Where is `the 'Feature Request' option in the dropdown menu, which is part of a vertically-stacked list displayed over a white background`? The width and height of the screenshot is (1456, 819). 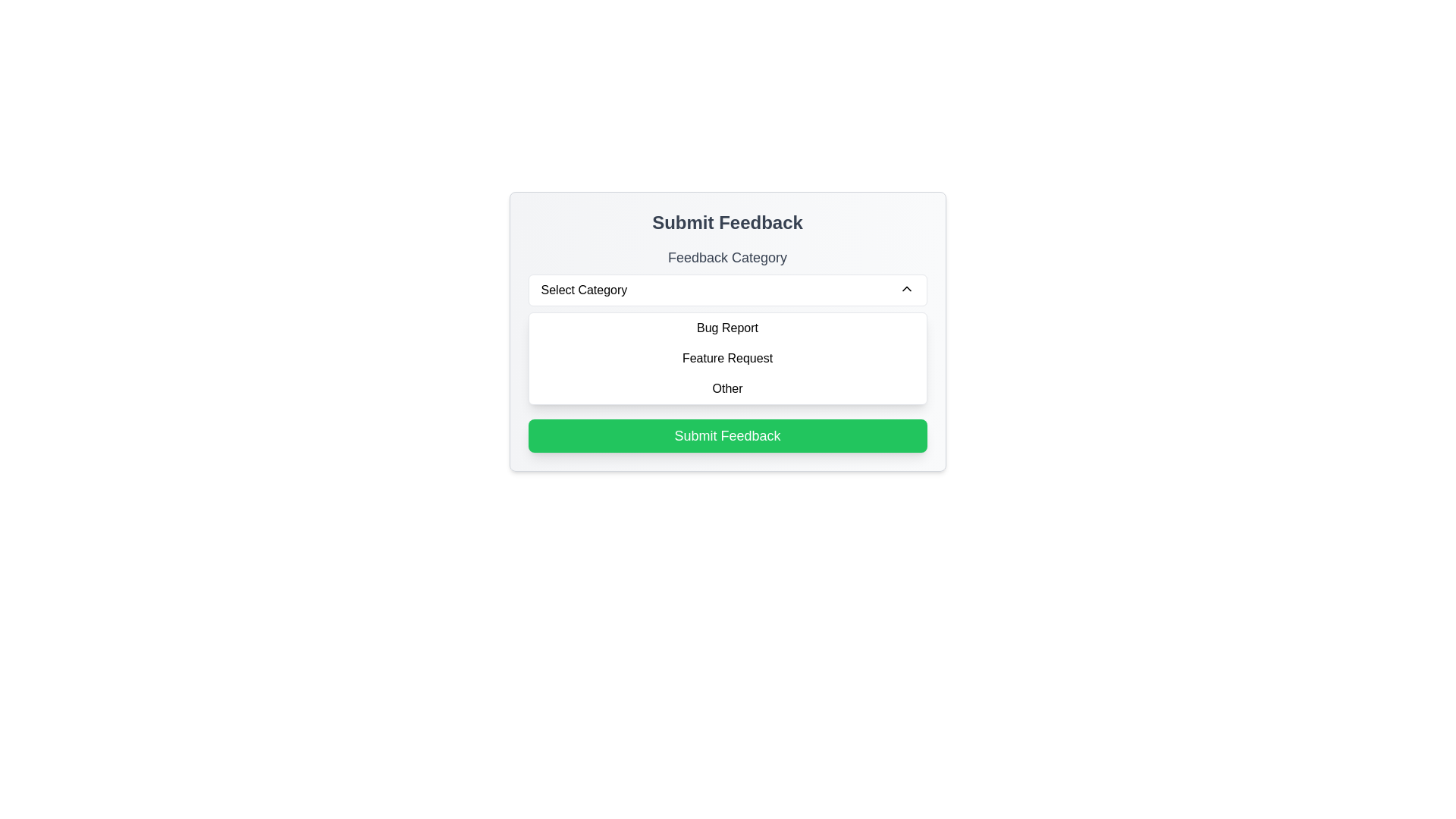 the 'Feature Request' option in the dropdown menu, which is part of a vertically-stacked list displayed over a white background is located at coordinates (726, 359).